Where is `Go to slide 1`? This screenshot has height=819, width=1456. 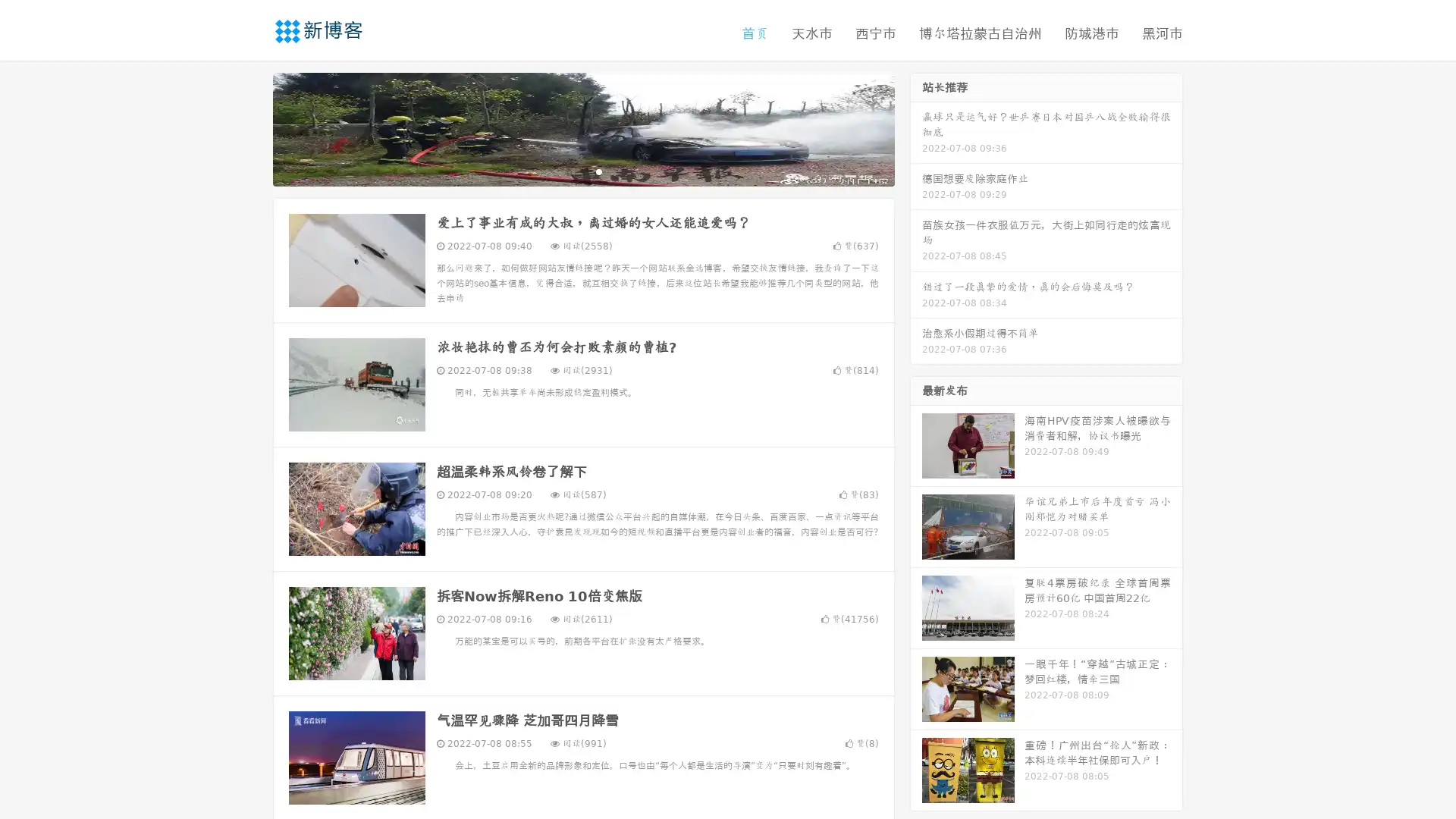
Go to slide 1 is located at coordinates (567, 171).